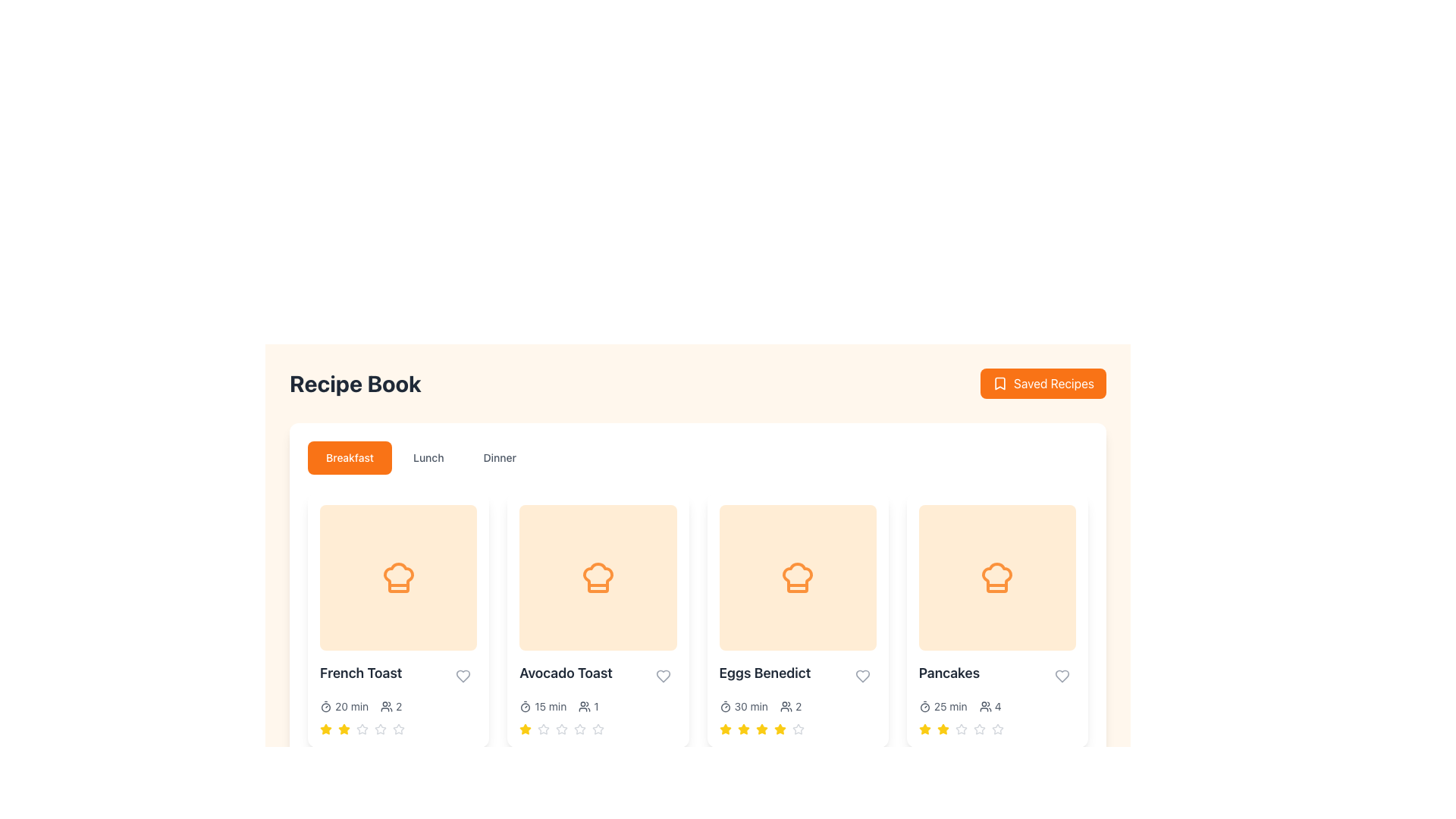 The width and height of the screenshot is (1456, 819). Describe the element at coordinates (325, 708) in the screenshot. I see `the decorative SVG graphical element representing a timer for the 'French Toast' recipe, located on the leftmost card in the first row of the grid display` at that location.